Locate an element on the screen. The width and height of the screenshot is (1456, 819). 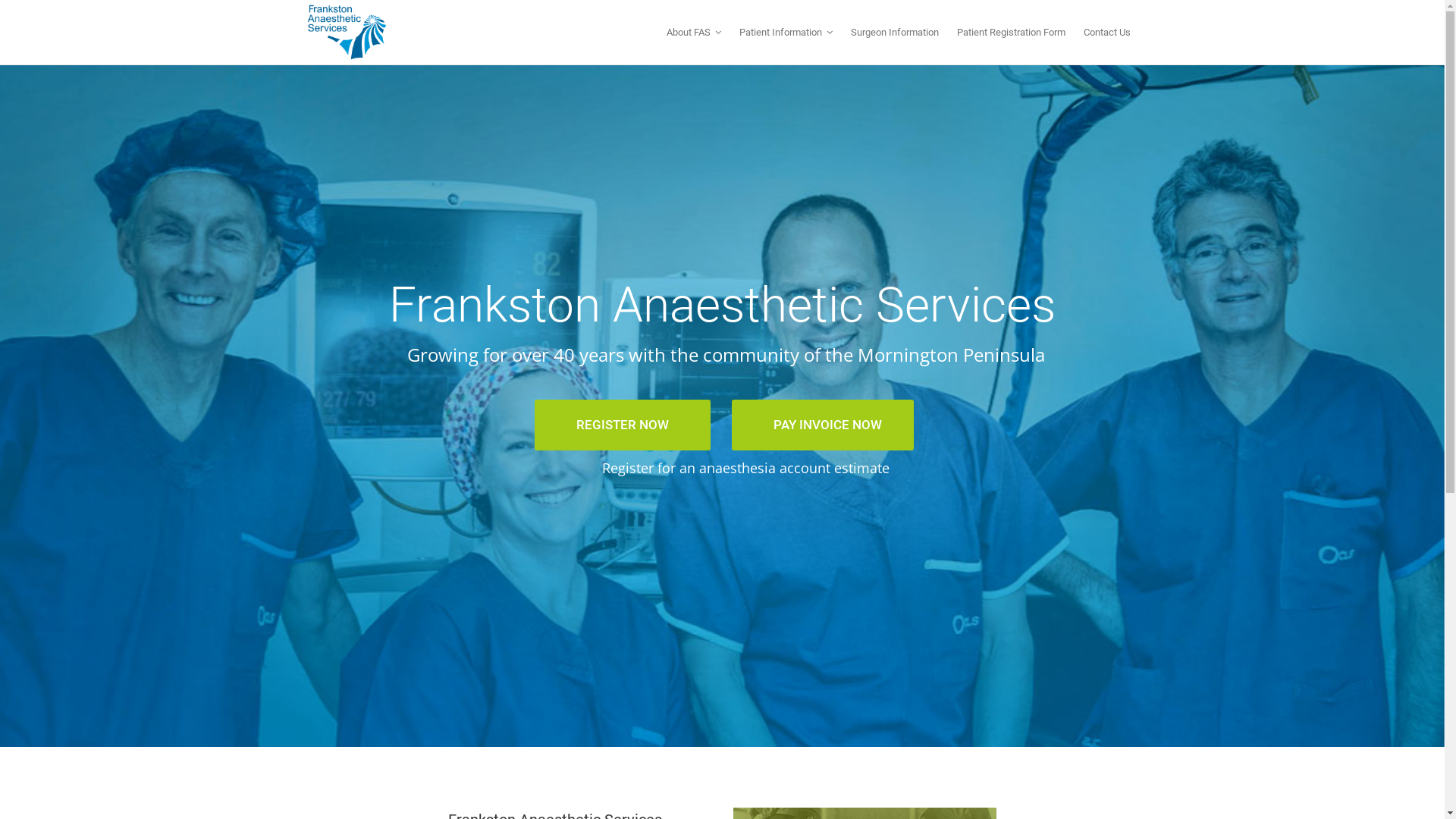
'Powered by 20-80 Solutions' is located at coordinates (809, 795).